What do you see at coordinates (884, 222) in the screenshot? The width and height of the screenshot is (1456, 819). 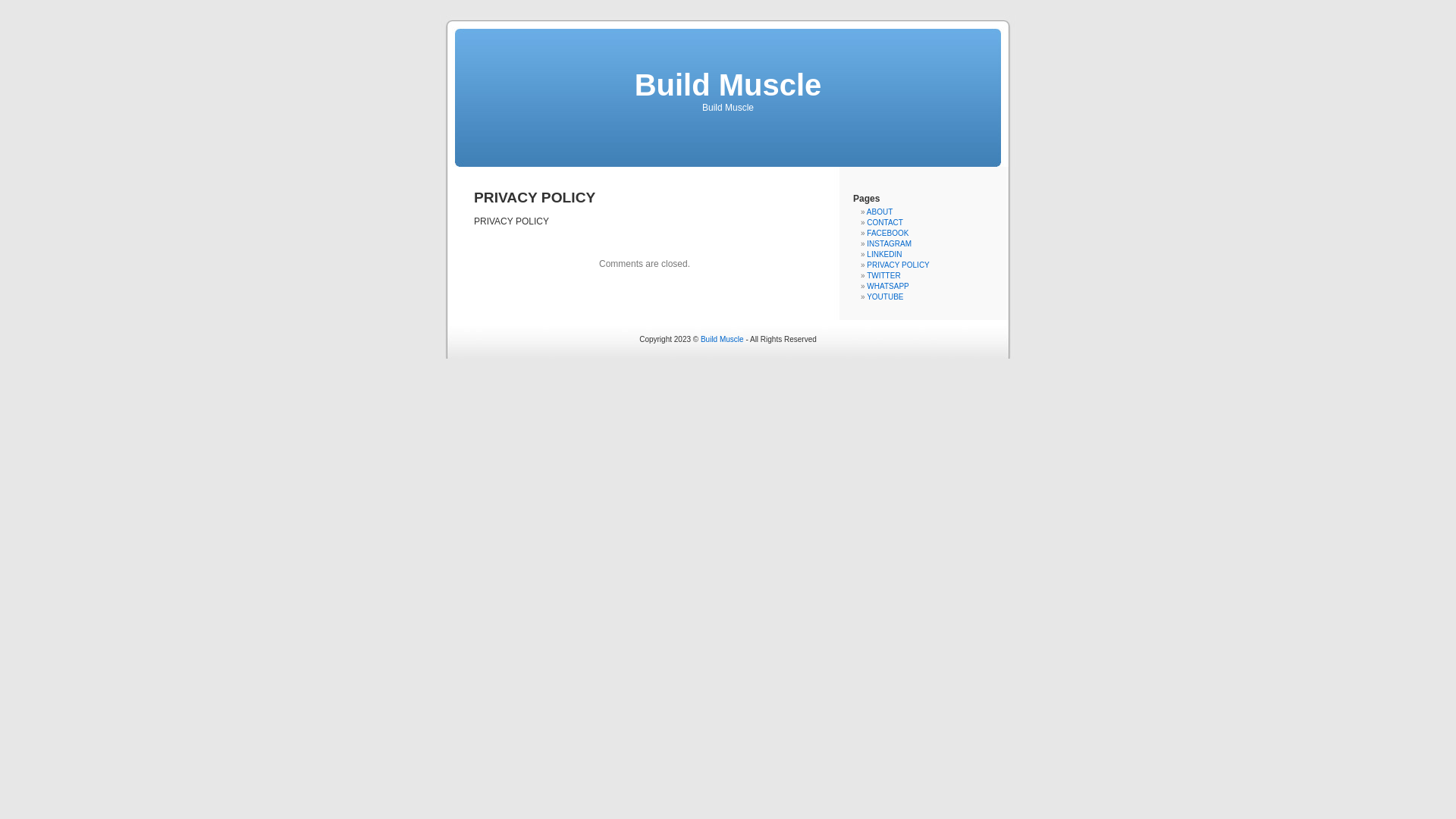 I see `'CONTACT'` at bounding box center [884, 222].